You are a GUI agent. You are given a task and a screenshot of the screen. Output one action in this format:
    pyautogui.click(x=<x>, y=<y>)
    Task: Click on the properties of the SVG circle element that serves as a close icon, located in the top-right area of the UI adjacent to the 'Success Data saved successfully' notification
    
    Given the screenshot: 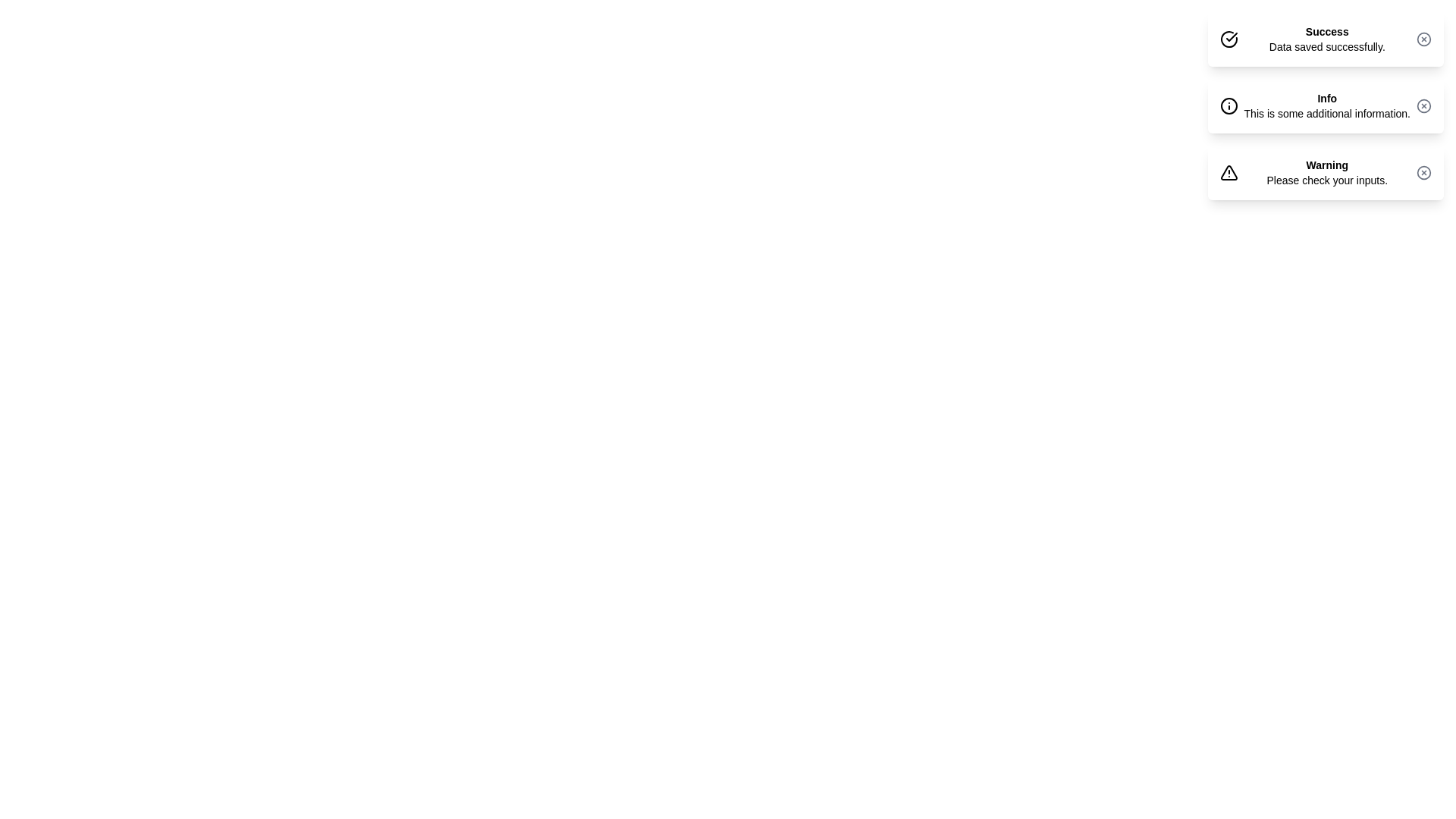 What is the action you would take?
    pyautogui.click(x=1423, y=38)
    